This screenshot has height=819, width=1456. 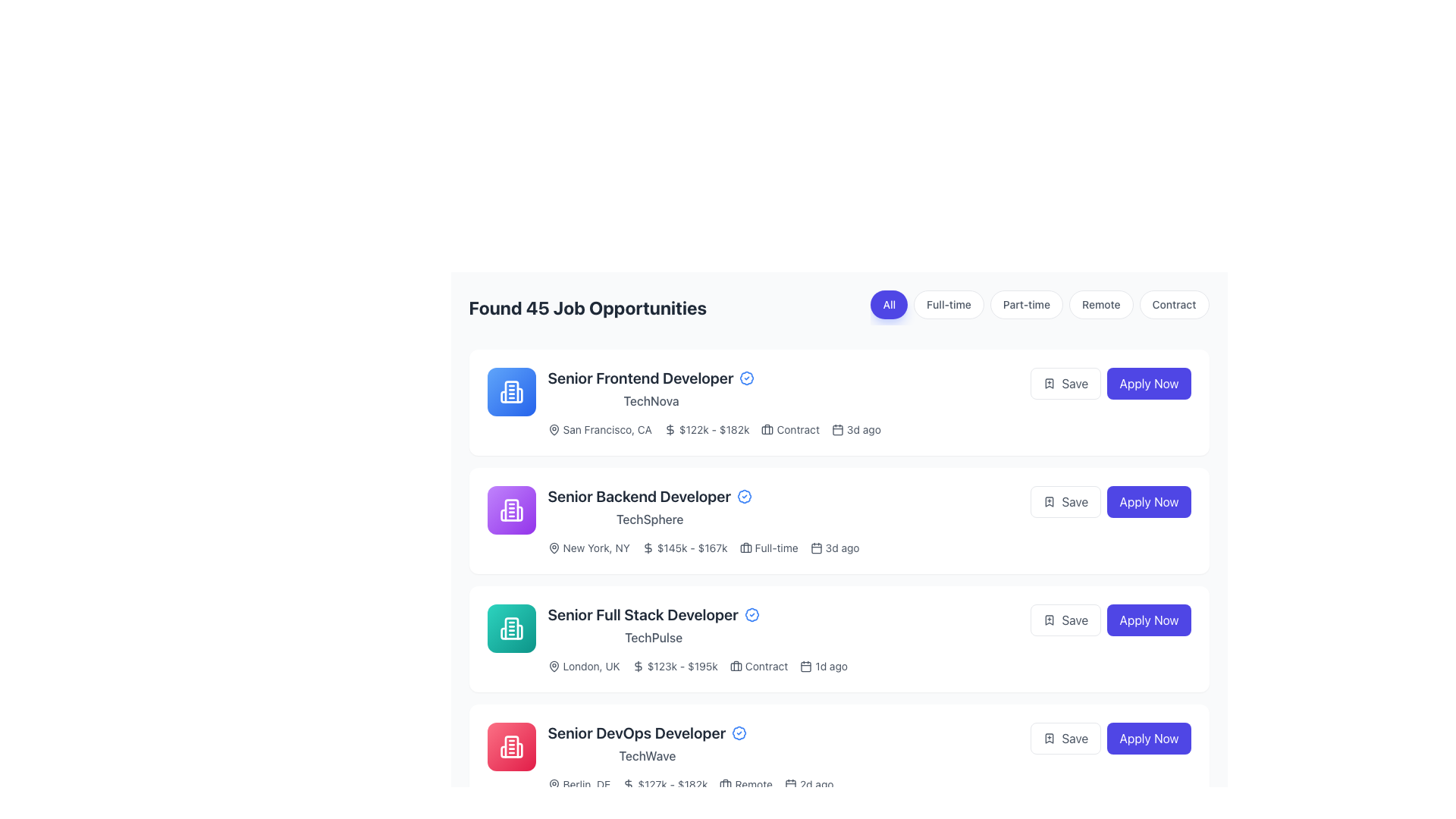 I want to click on the Information display section in the job card for 'Senior Frontend Developer' at 'TechNova', which provides key details about the job such as location, salary range, and contract type, so click(x=869, y=430).